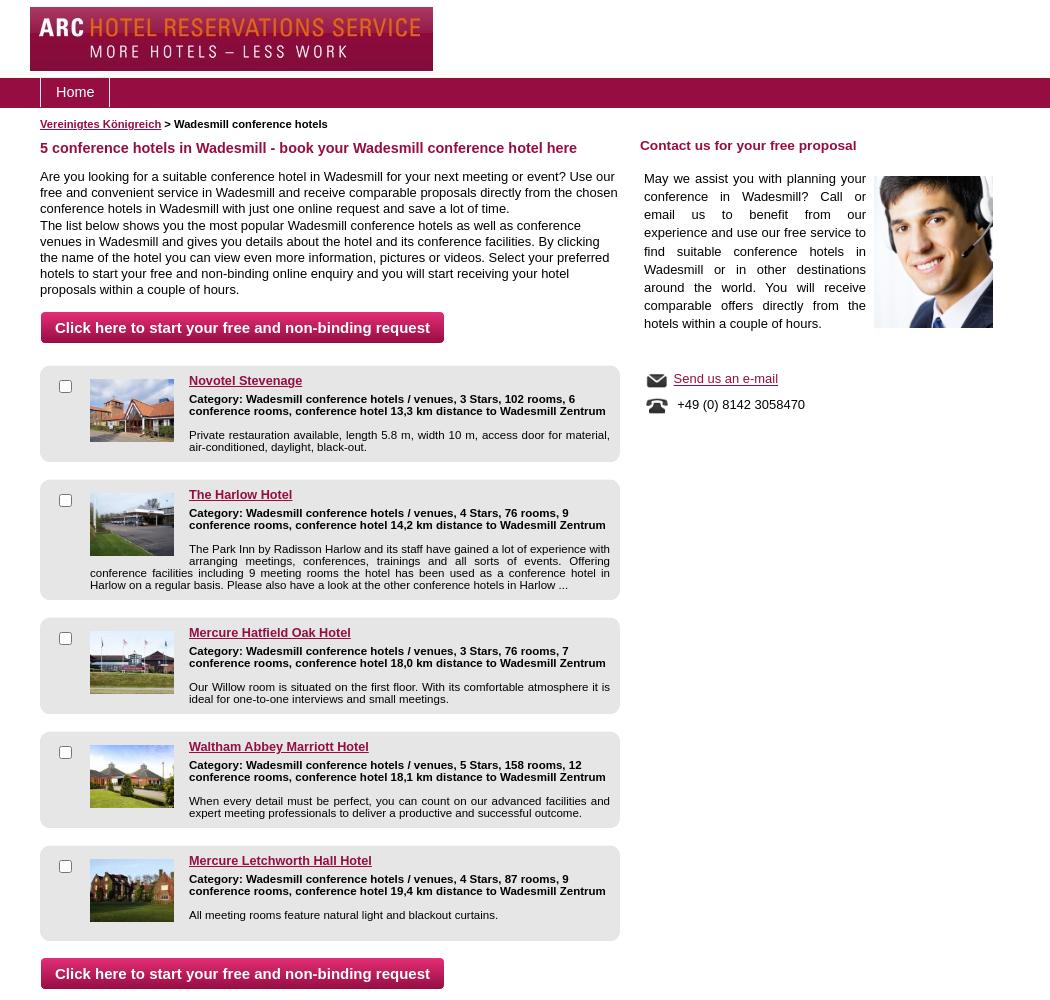 Image resolution: width=1050 pixels, height=1000 pixels. Describe the element at coordinates (244, 123) in the screenshot. I see `'> Wadesmill conference hotels'` at that location.